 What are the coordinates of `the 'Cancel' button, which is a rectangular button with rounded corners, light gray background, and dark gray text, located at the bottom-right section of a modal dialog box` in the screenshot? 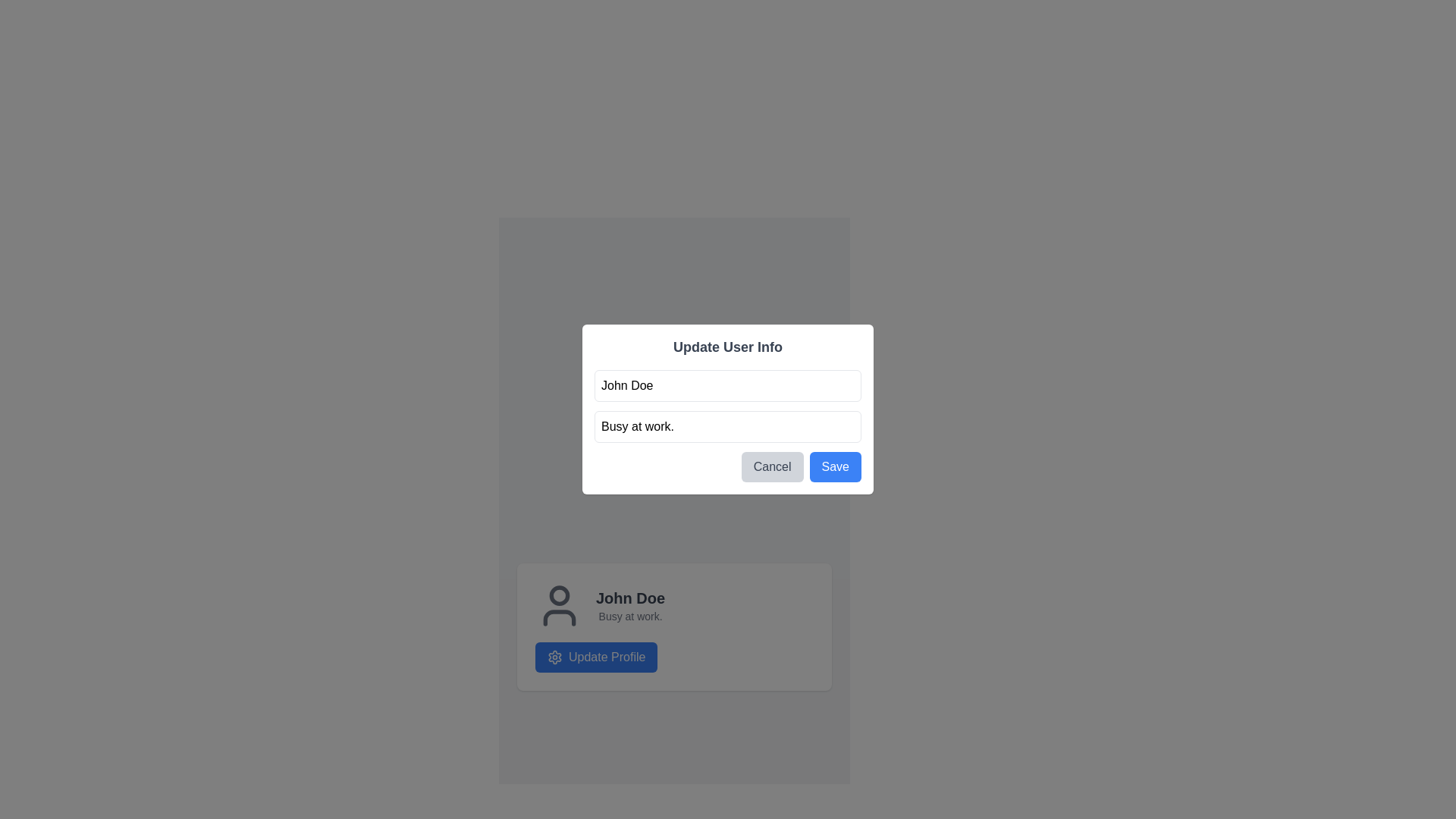 It's located at (772, 466).